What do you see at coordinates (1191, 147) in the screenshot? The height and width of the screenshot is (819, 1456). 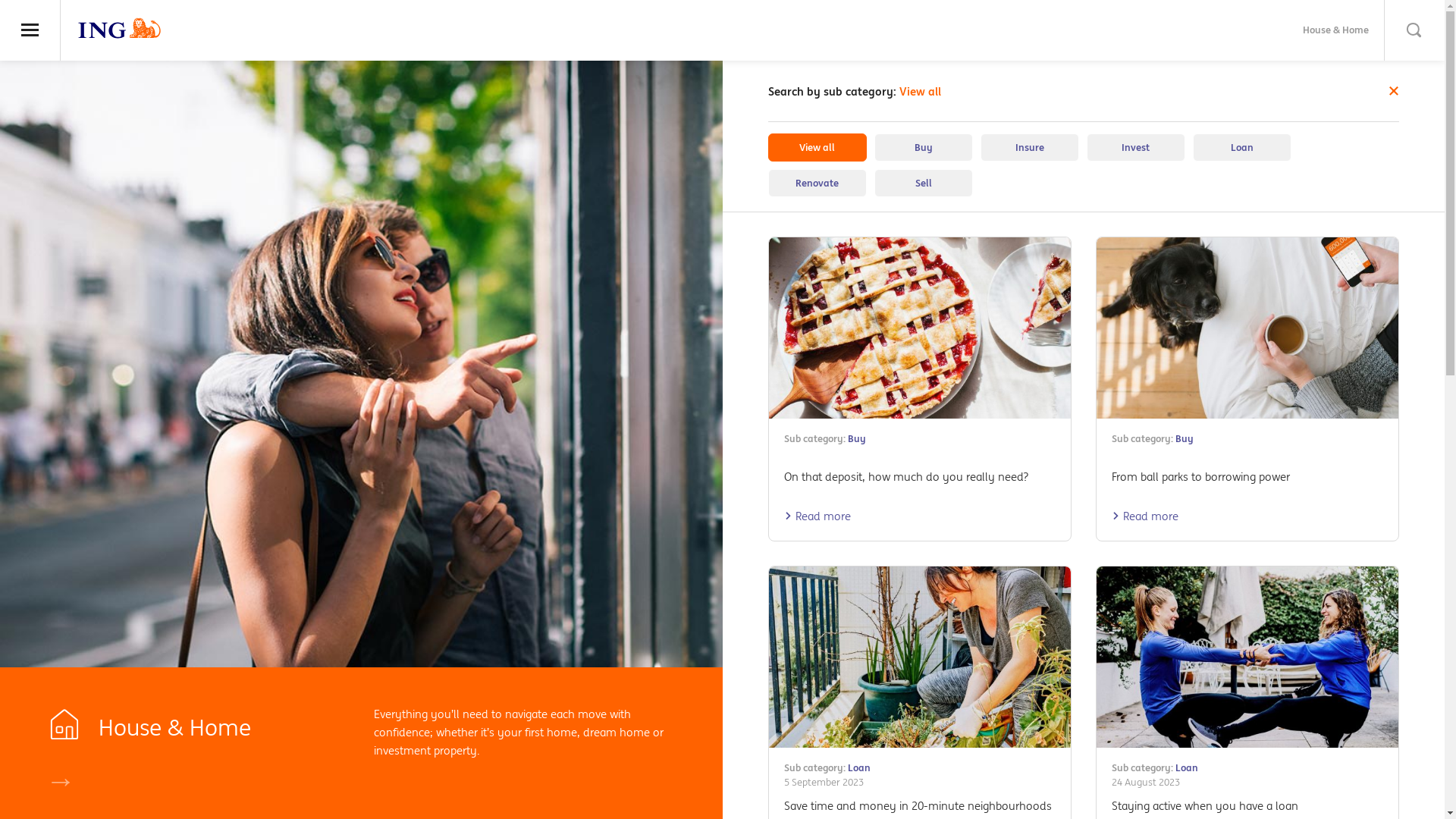 I see `'Loan'` at bounding box center [1191, 147].